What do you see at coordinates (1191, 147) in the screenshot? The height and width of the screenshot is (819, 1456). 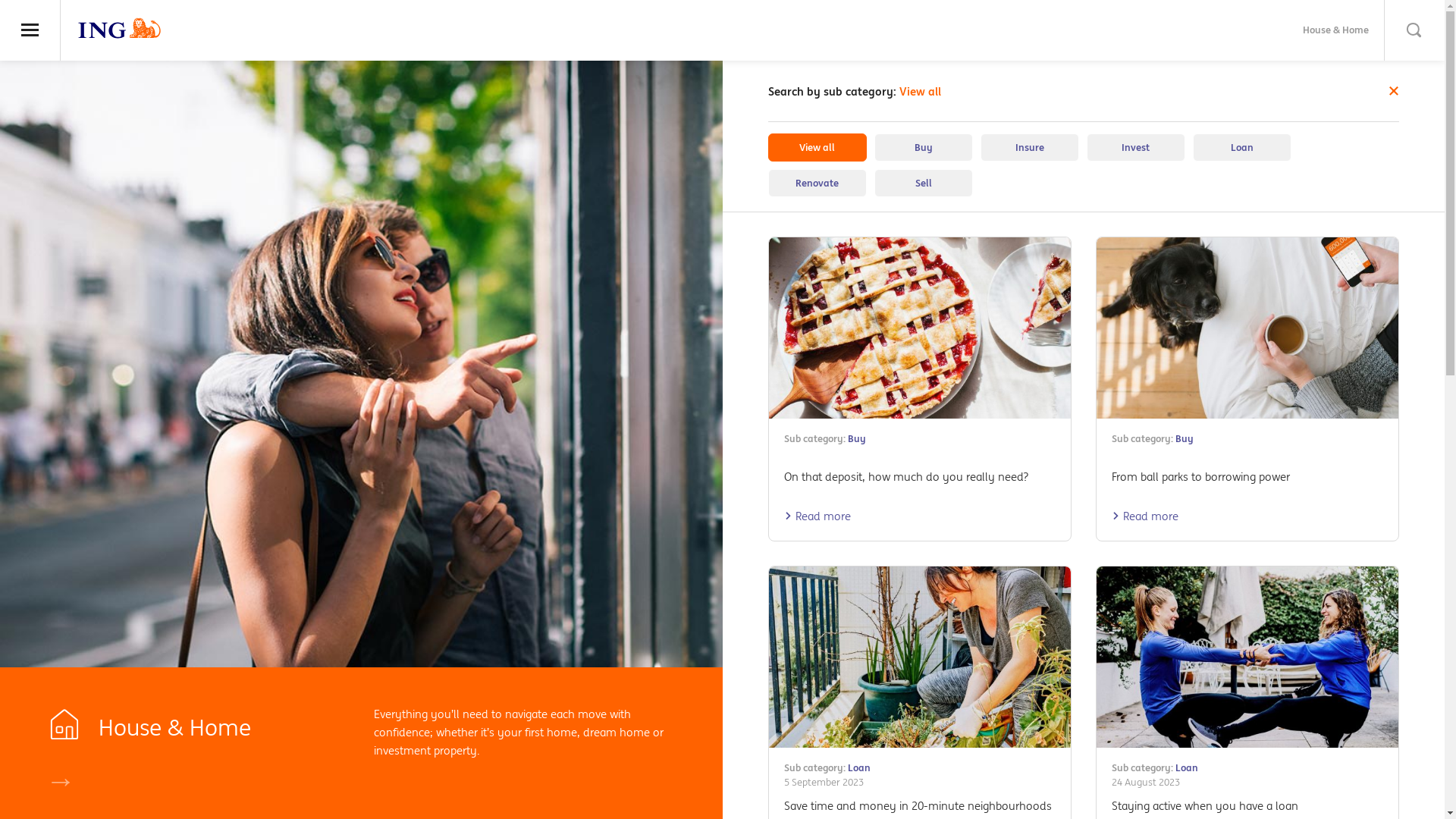 I see `'Loan'` at bounding box center [1191, 147].